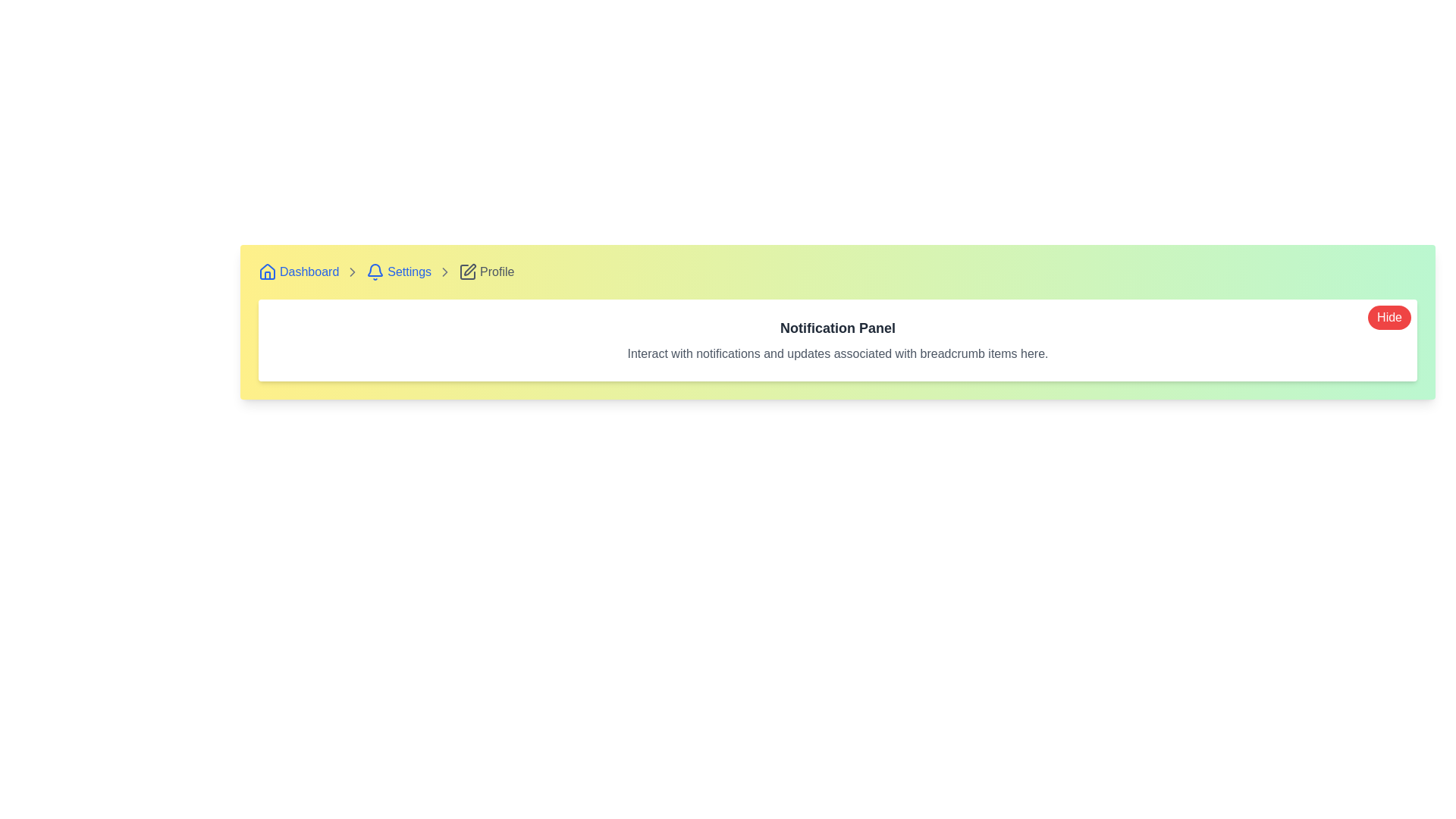 The width and height of the screenshot is (1456, 819). What do you see at coordinates (836, 353) in the screenshot?
I see `the contextual information text located below the 'Notification Panel' title in the notification panel structure` at bounding box center [836, 353].